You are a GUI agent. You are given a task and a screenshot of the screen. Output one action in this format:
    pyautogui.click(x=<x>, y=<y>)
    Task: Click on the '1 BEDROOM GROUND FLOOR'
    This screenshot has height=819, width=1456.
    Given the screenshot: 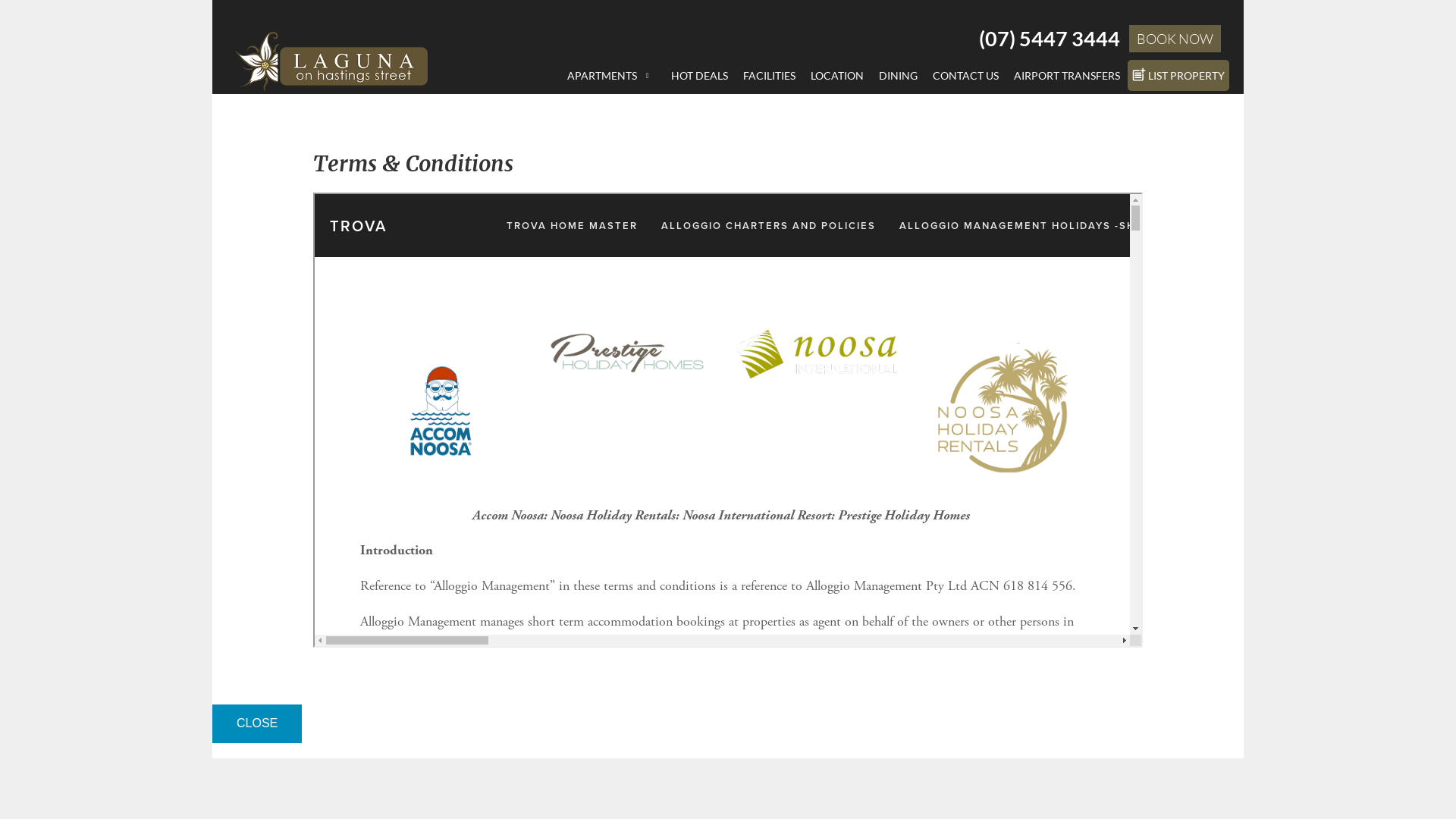 What is the action you would take?
    pyautogui.click(x=648, y=94)
    